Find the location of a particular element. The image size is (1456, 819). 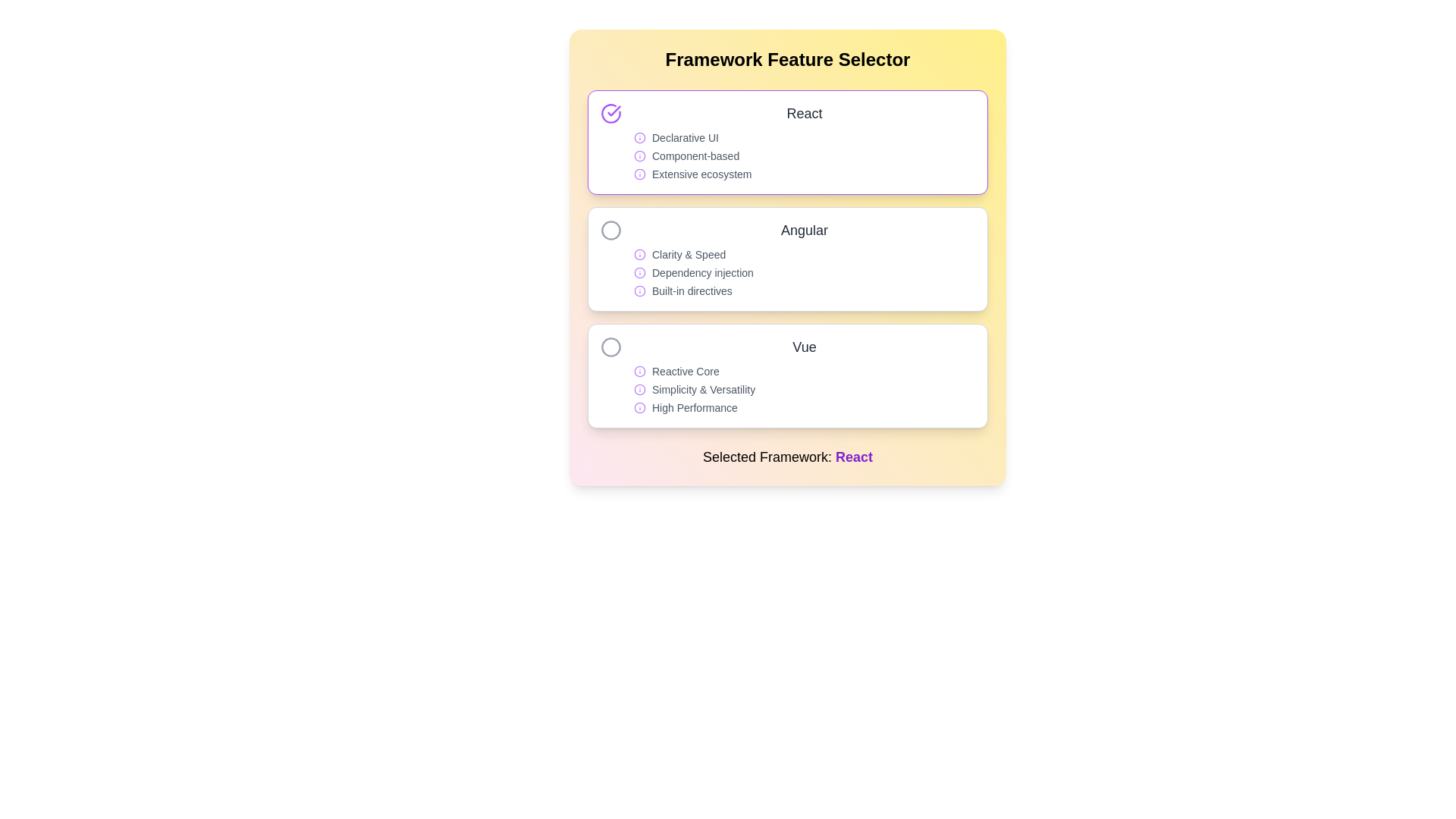

the purple SVG circle graphic that serves as an information indicator within the 'React' selection box, located near the top-left corner is located at coordinates (640, 155).